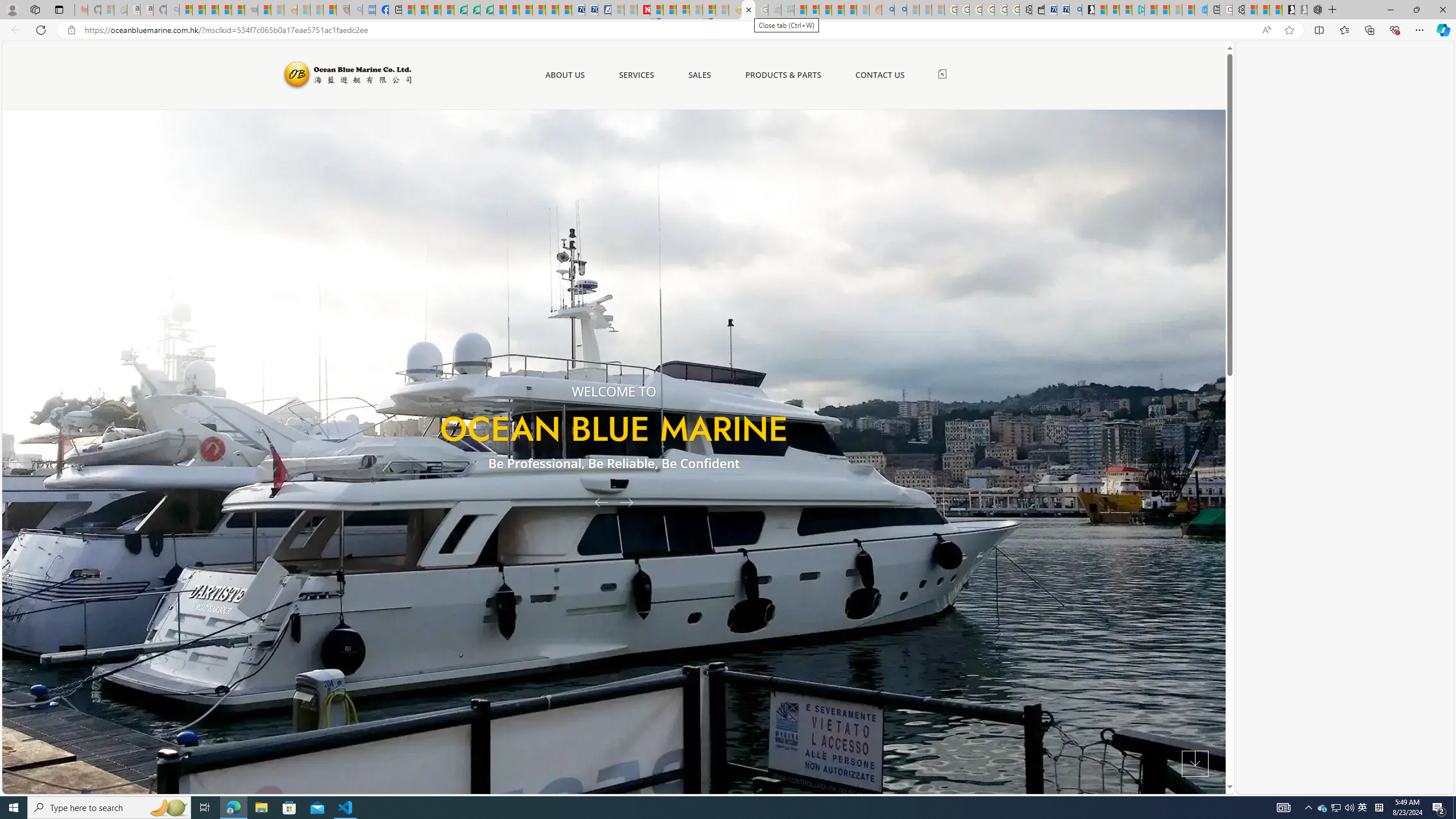 The image size is (1456, 819). Describe the element at coordinates (783, 74) in the screenshot. I see `'PRODUCTS & PARTS'` at that location.